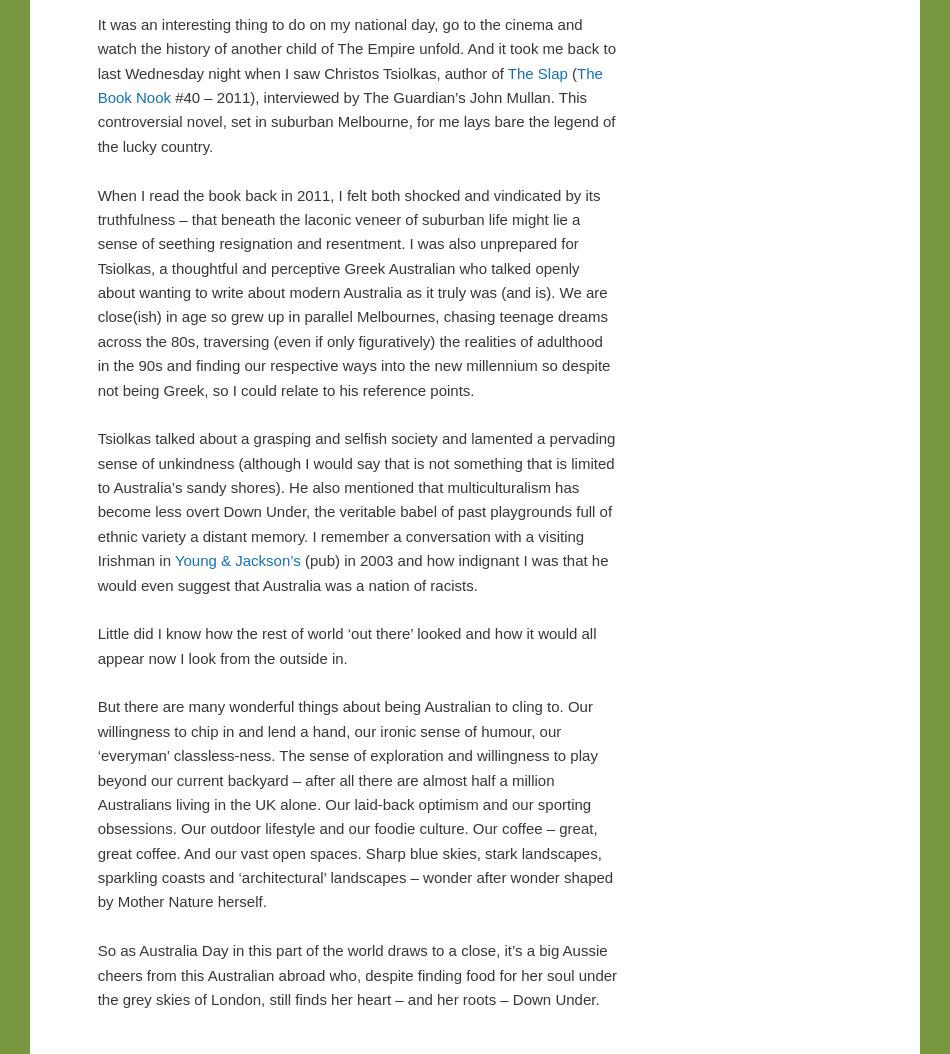  What do you see at coordinates (96, 827) in the screenshot?
I see `'Our laid-back optimism and our sporting obsessions. Our outdoor lifestyle and our foodie culture. Our coffee – great, great coffee.'` at bounding box center [96, 827].